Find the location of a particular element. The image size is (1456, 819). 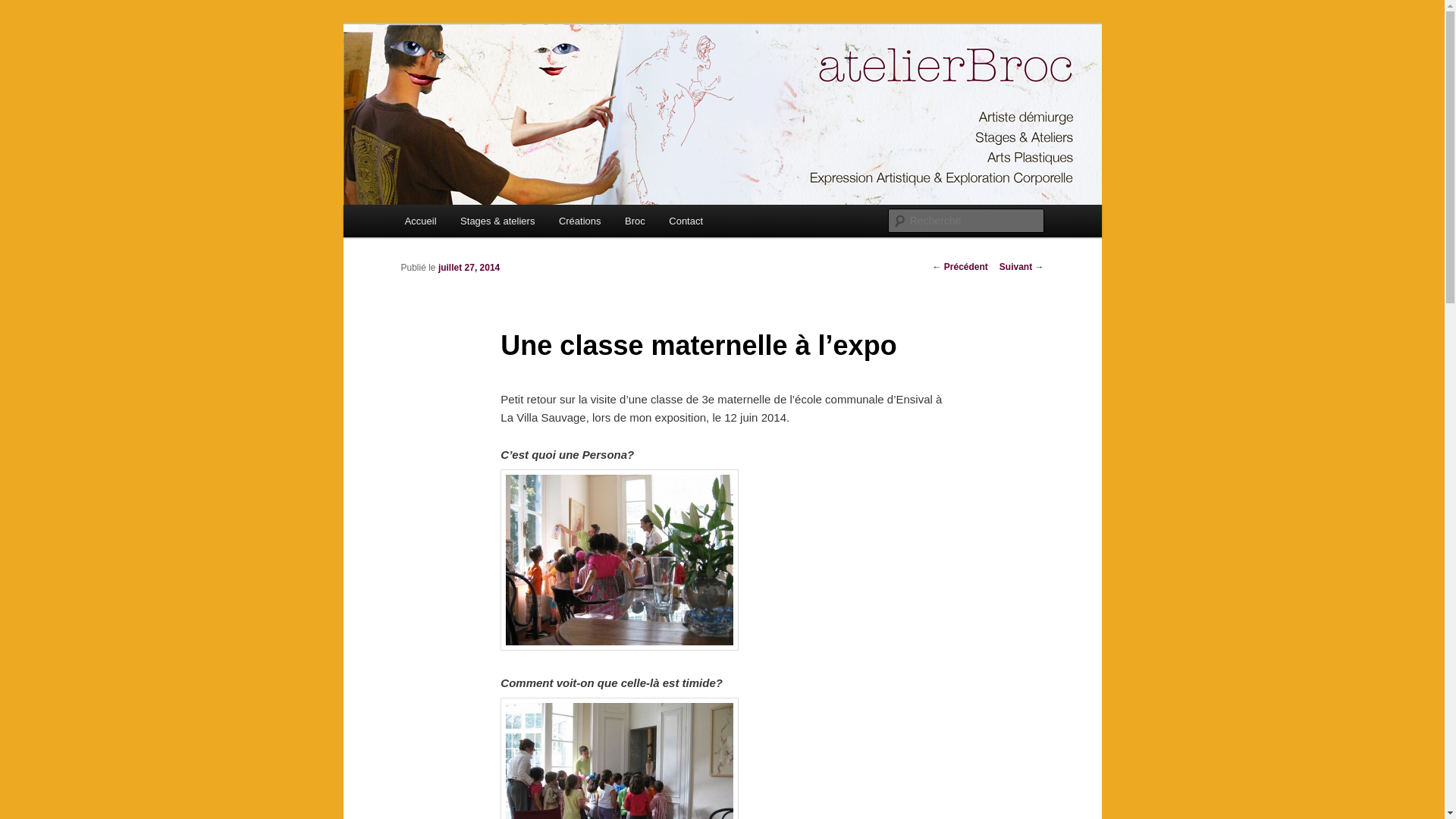

'Accueil' is located at coordinates (393, 221).